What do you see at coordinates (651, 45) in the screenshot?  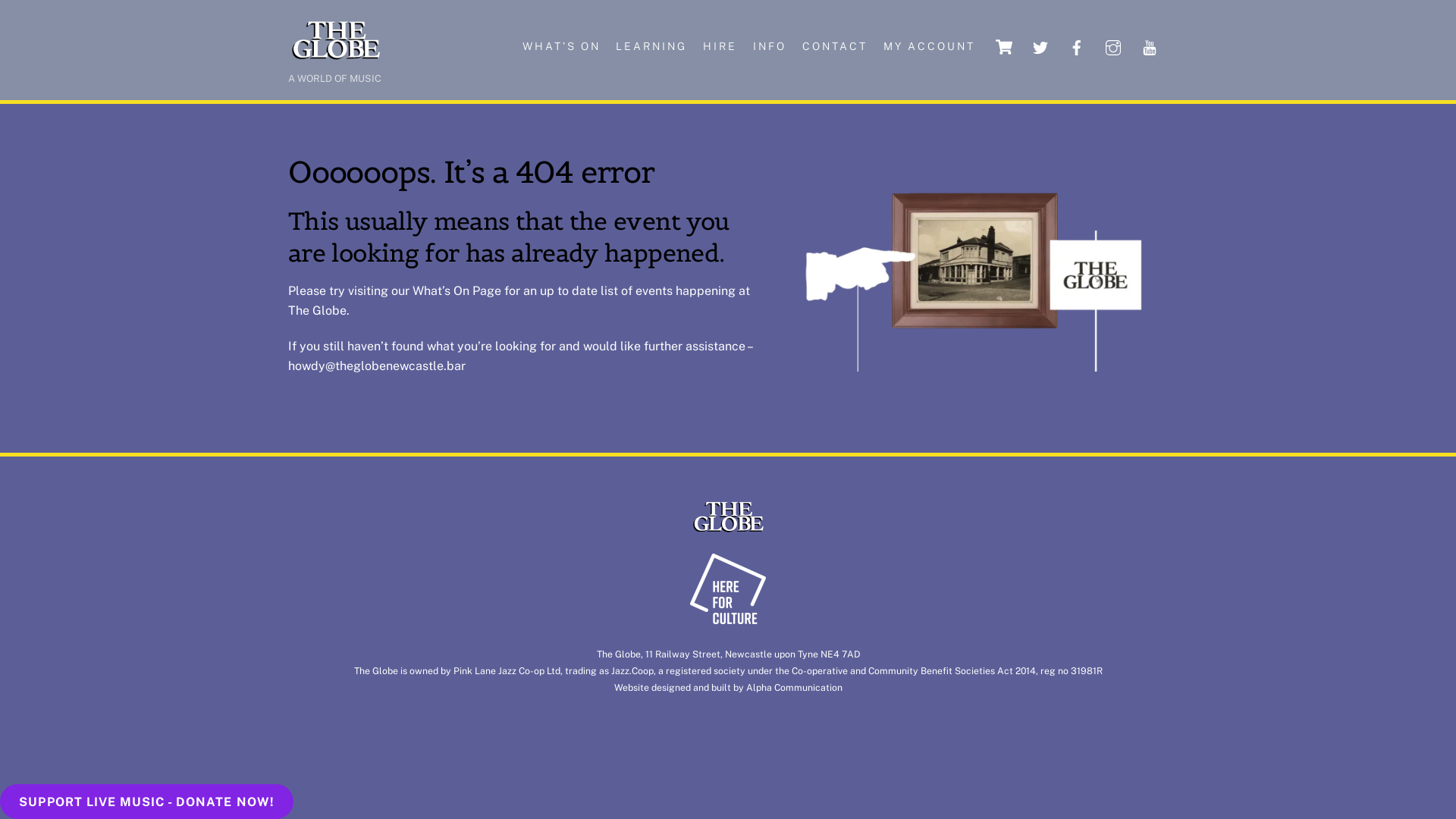 I see `'LEARNING'` at bounding box center [651, 45].